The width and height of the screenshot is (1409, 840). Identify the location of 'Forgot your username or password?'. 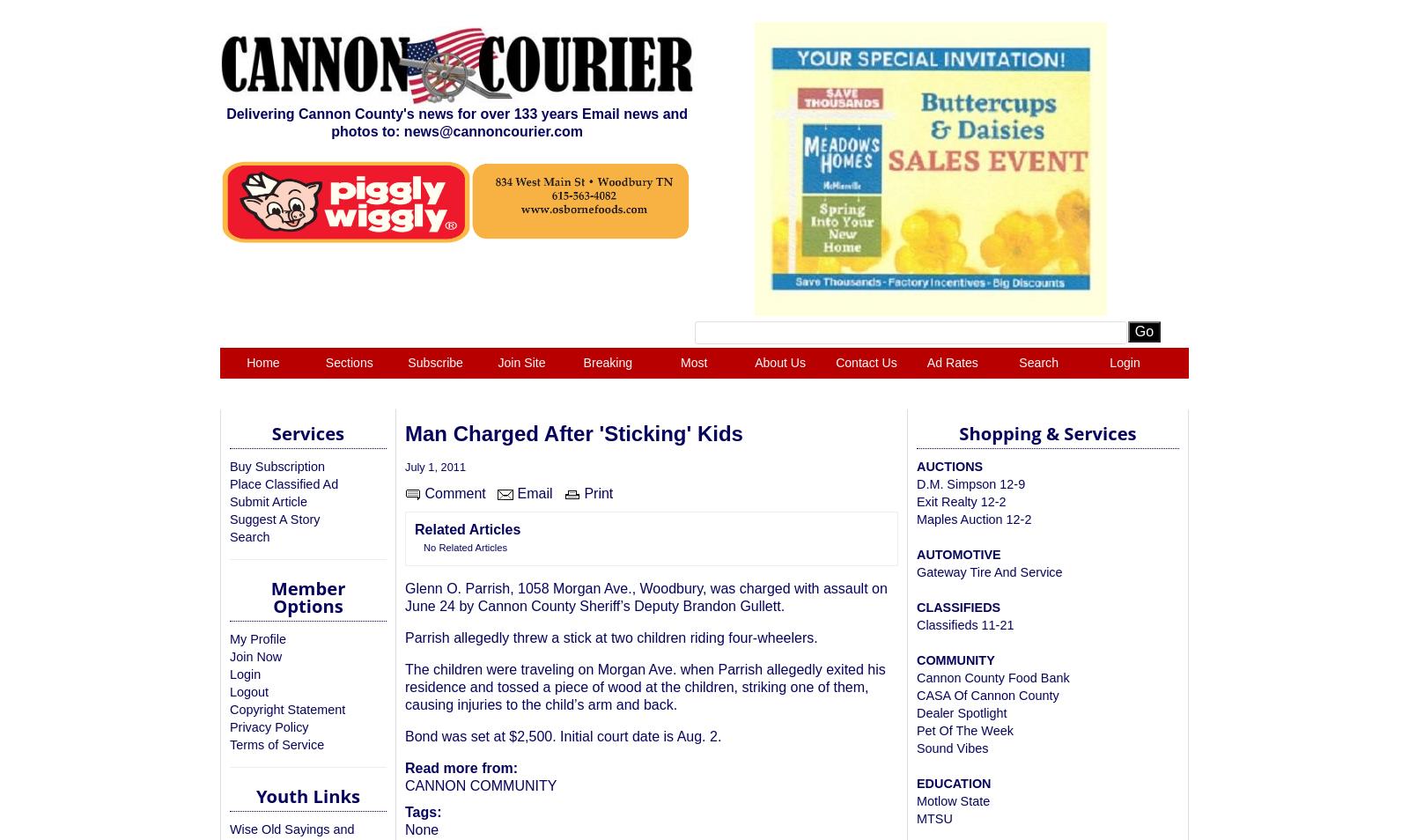
(573, 448).